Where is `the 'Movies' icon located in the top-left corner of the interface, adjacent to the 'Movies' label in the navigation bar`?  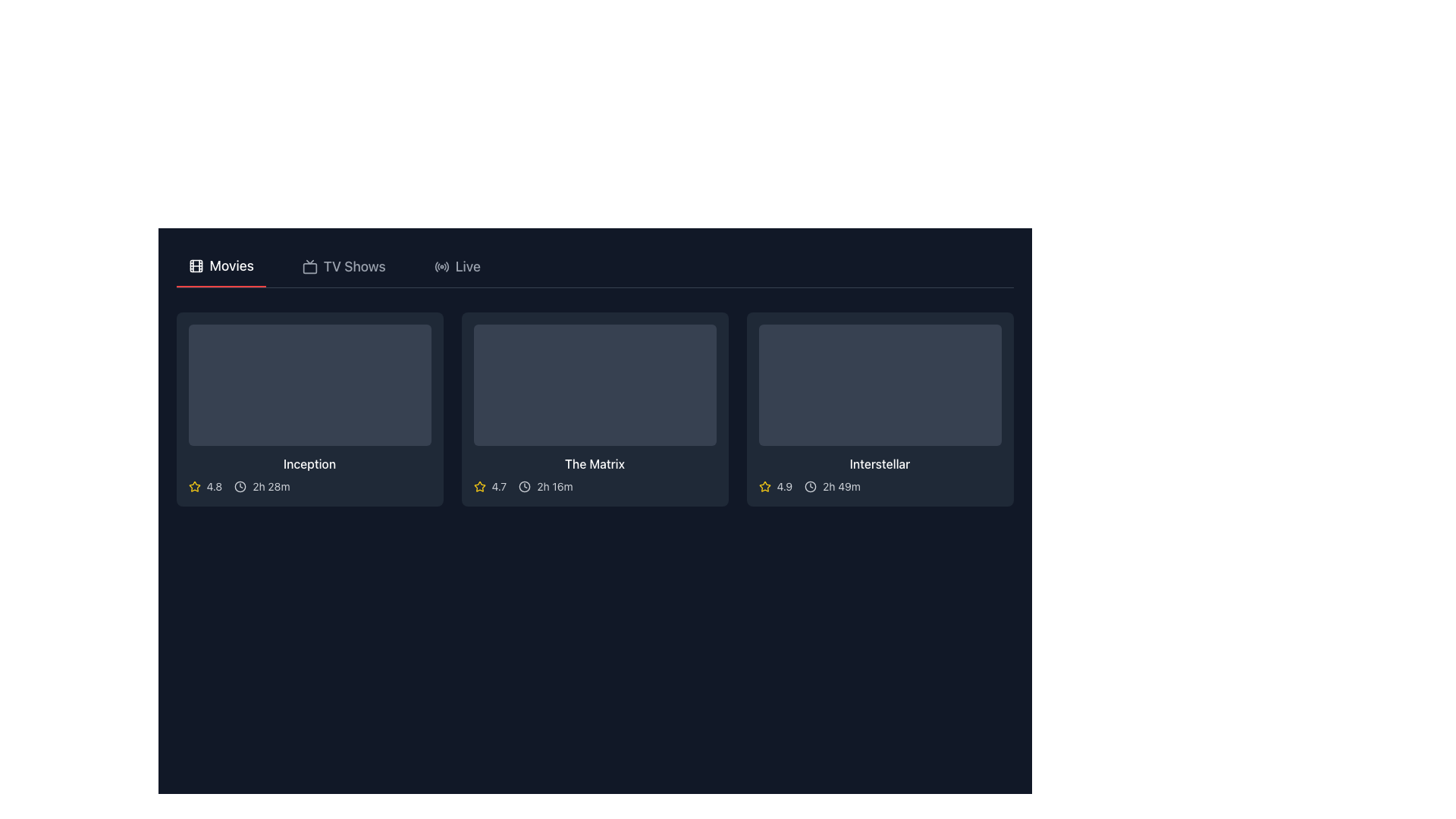
the 'Movies' icon located in the top-left corner of the interface, adjacent to the 'Movies' label in the navigation bar is located at coordinates (195, 265).